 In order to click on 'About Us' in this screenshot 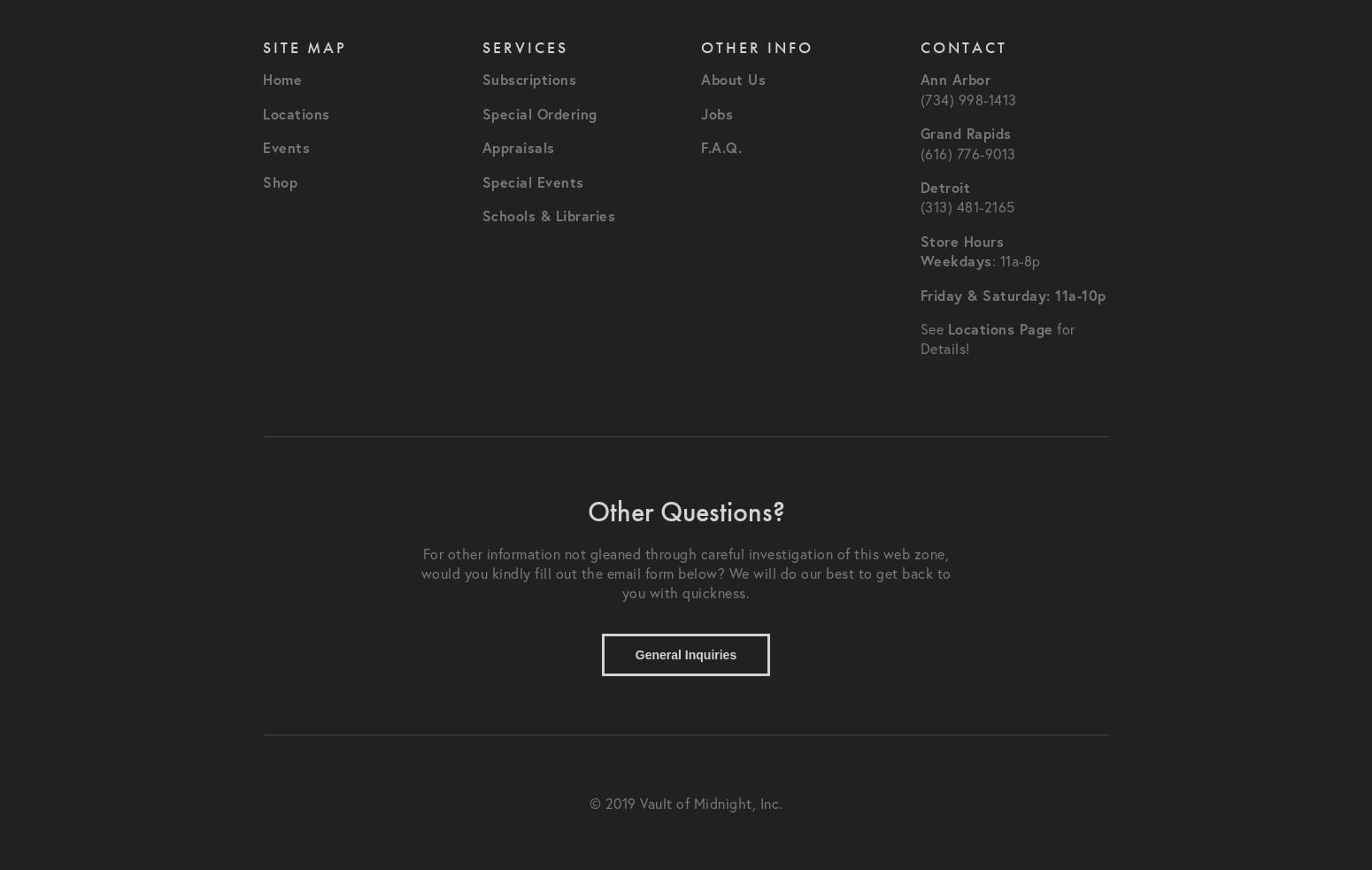, I will do `click(732, 78)`.